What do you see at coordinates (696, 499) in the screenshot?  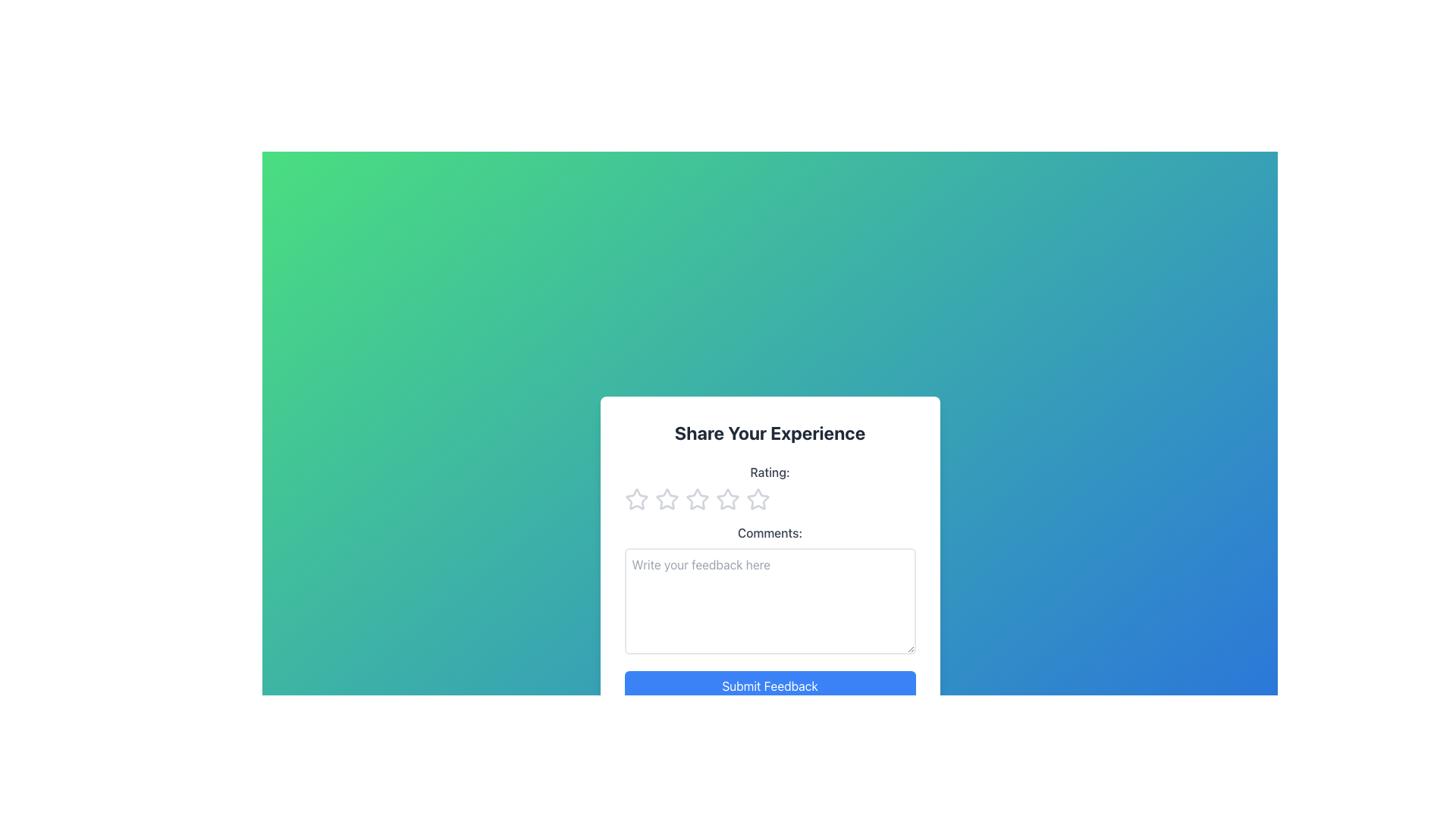 I see `the second star-shaped rating icon in the horizontal row of five stars, which is styled with a hollow outline and light gray coloring, located below the 'Share Your Experience' header` at bounding box center [696, 499].